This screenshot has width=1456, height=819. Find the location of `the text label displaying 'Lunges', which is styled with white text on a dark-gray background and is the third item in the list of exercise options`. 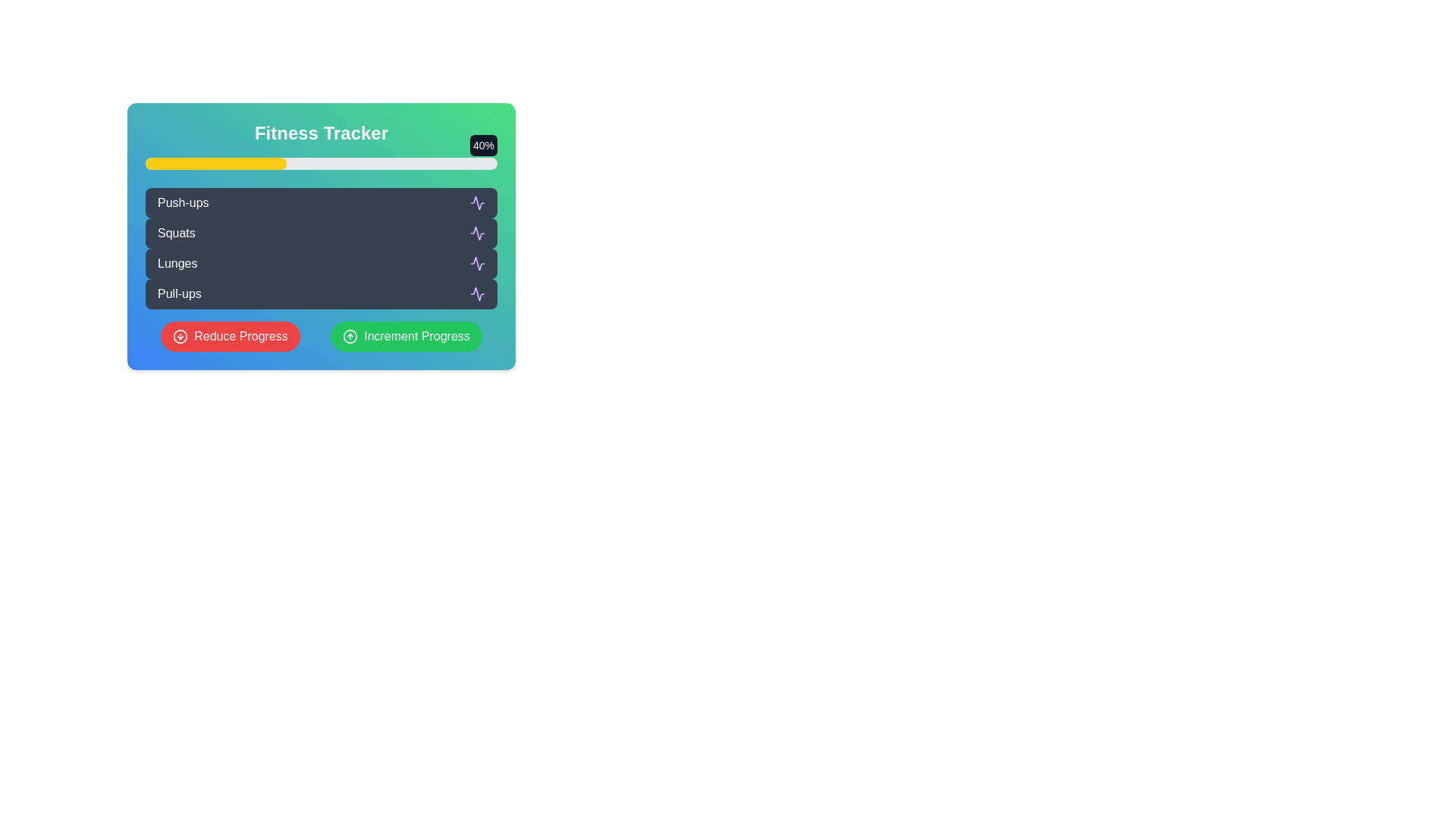

the text label displaying 'Lunges', which is styled with white text on a dark-gray background and is the third item in the list of exercise options is located at coordinates (177, 262).